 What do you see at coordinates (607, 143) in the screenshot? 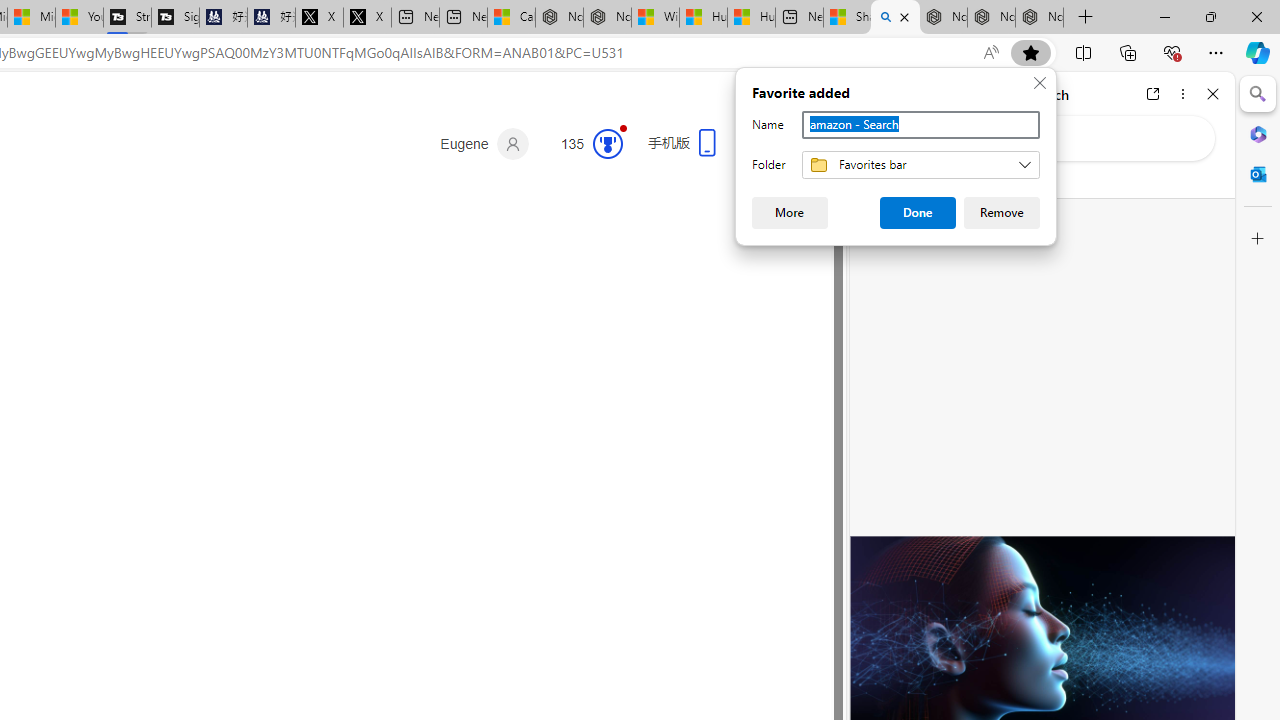
I see `'Class: medal-svg-animation'` at bounding box center [607, 143].